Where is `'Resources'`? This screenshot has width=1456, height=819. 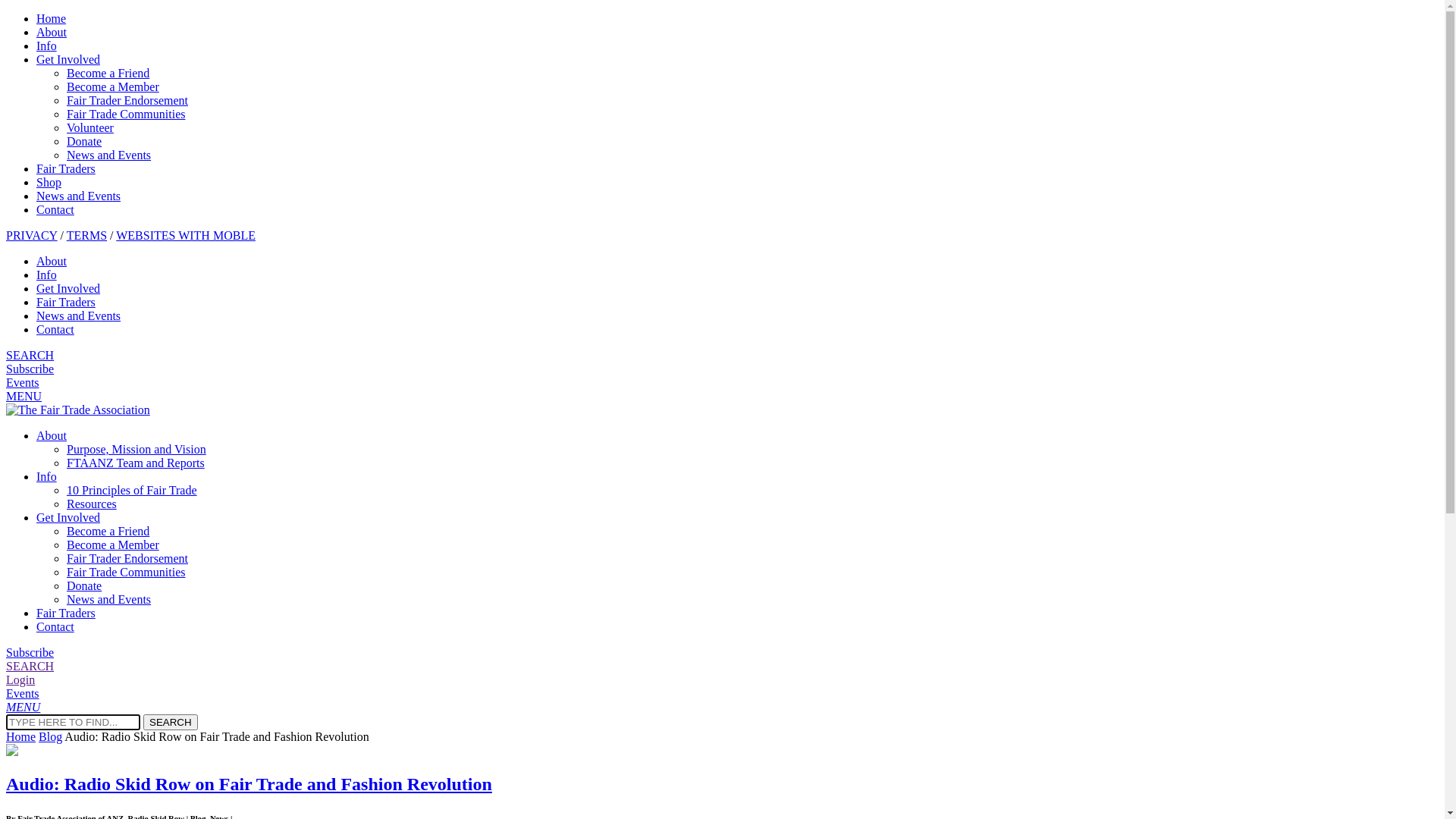 'Resources' is located at coordinates (90, 504).